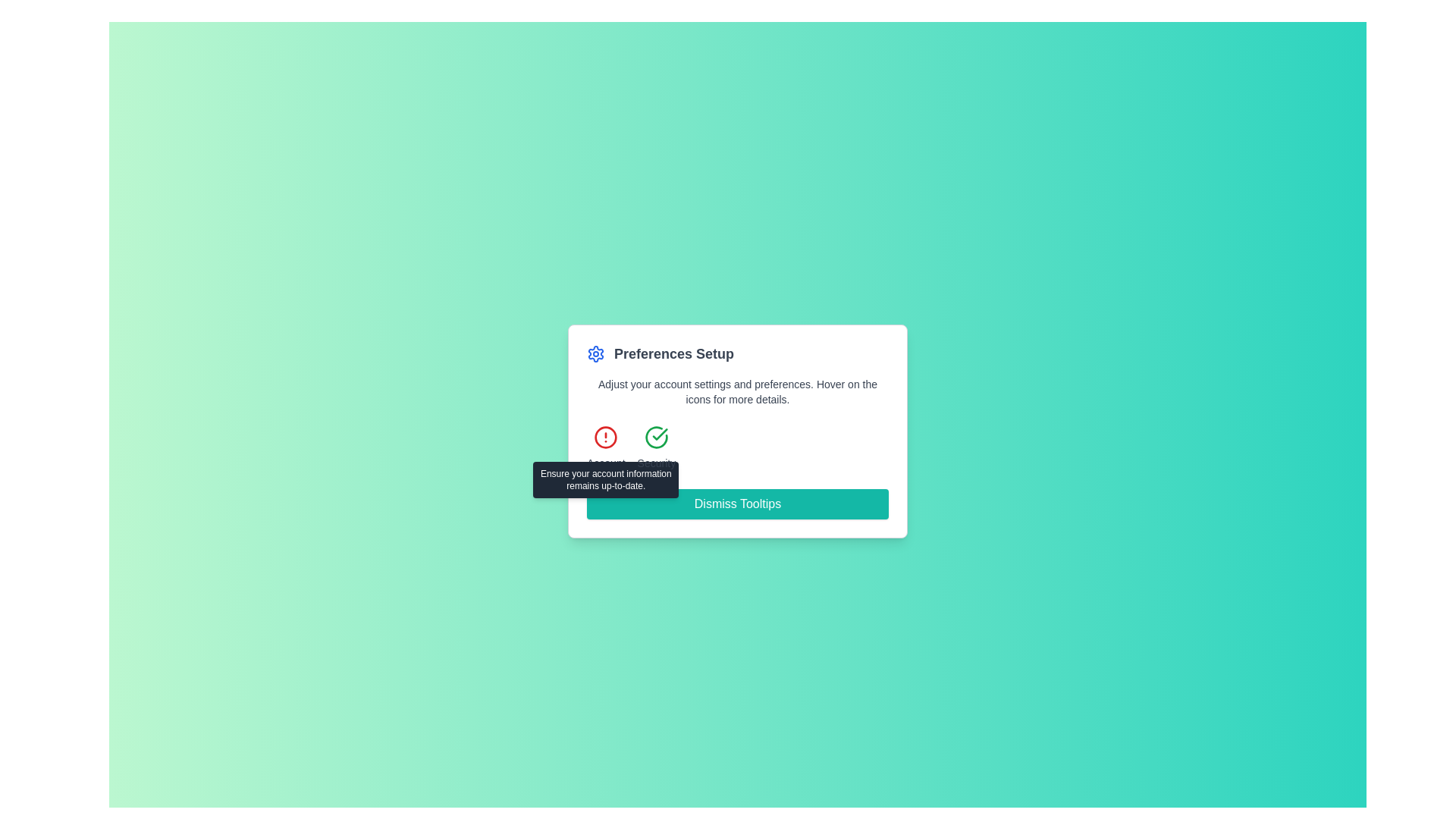 Image resolution: width=1456 pixels, height=819 pixels. I want to click on the informative text that reads 'Adjust your account settings and preferences.' located in the 'Preferences Setup' panel, which is centered horizontally below the header and above the icons, so click(738, 391).